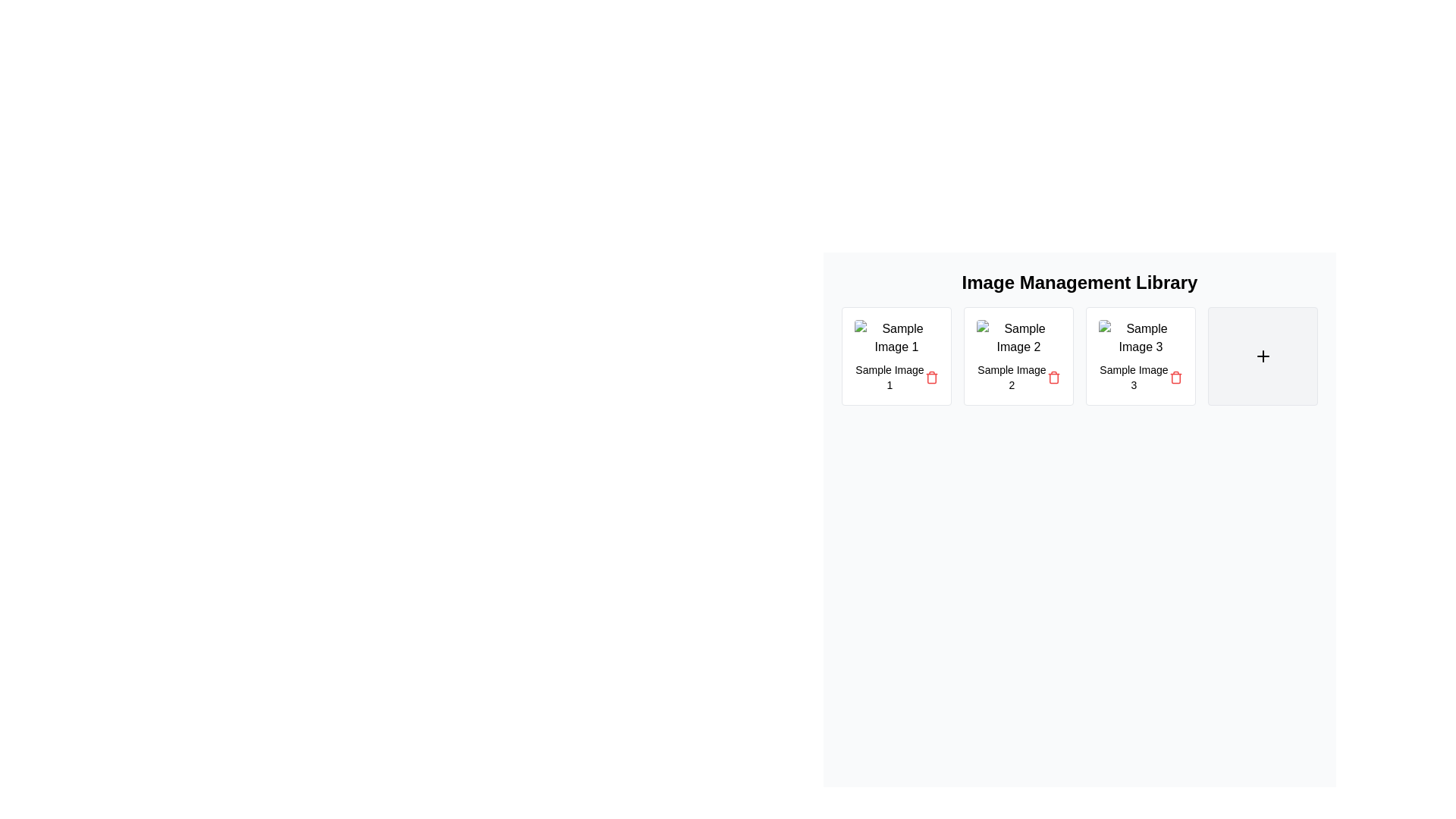 The image size is (1456, 819). What do you see at coordinates (1012, 376) in the screenshot?
I see `the text label displaying 'Sample Image 2', which is positioned directly below its corresponding thumbnail image in the image management interface` at bounding box center [1012, 376].